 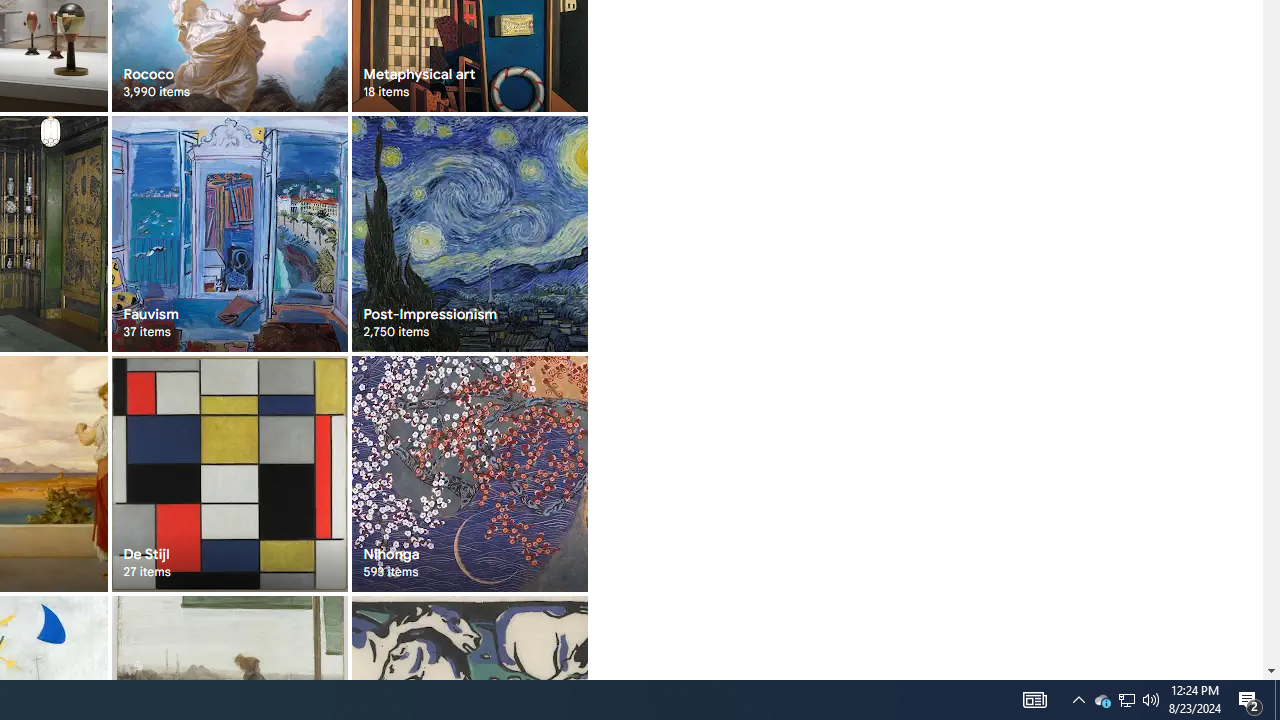 I want to click on 'Nihonga 593 items', so click(x=468, y=473).